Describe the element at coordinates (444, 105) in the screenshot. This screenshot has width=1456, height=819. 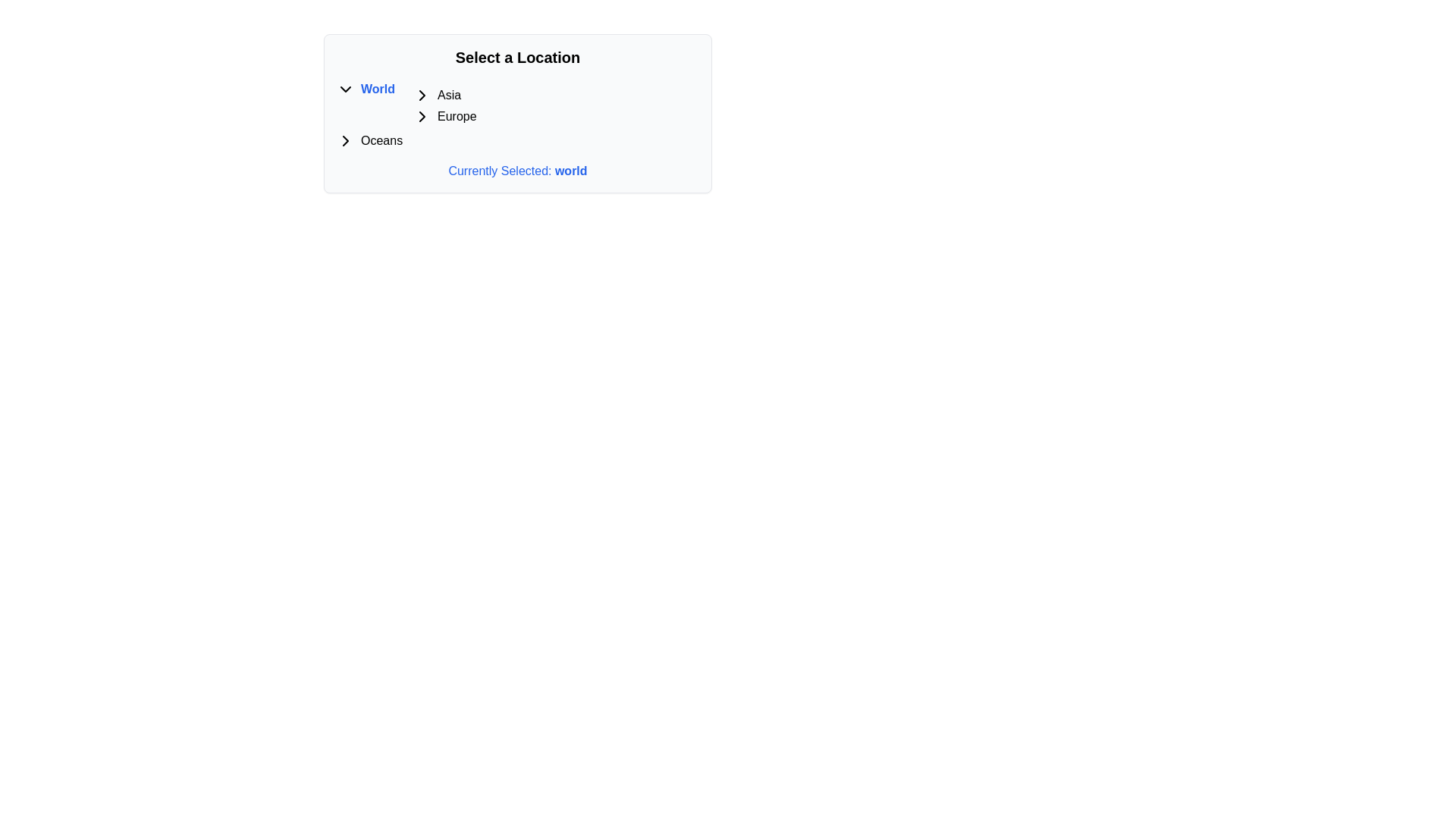
I see `the Dropdown menu list with items, which includes 'Asia' and 'Europe', located under the 'Select a Location' heading in the 'World' submenu` at that location.